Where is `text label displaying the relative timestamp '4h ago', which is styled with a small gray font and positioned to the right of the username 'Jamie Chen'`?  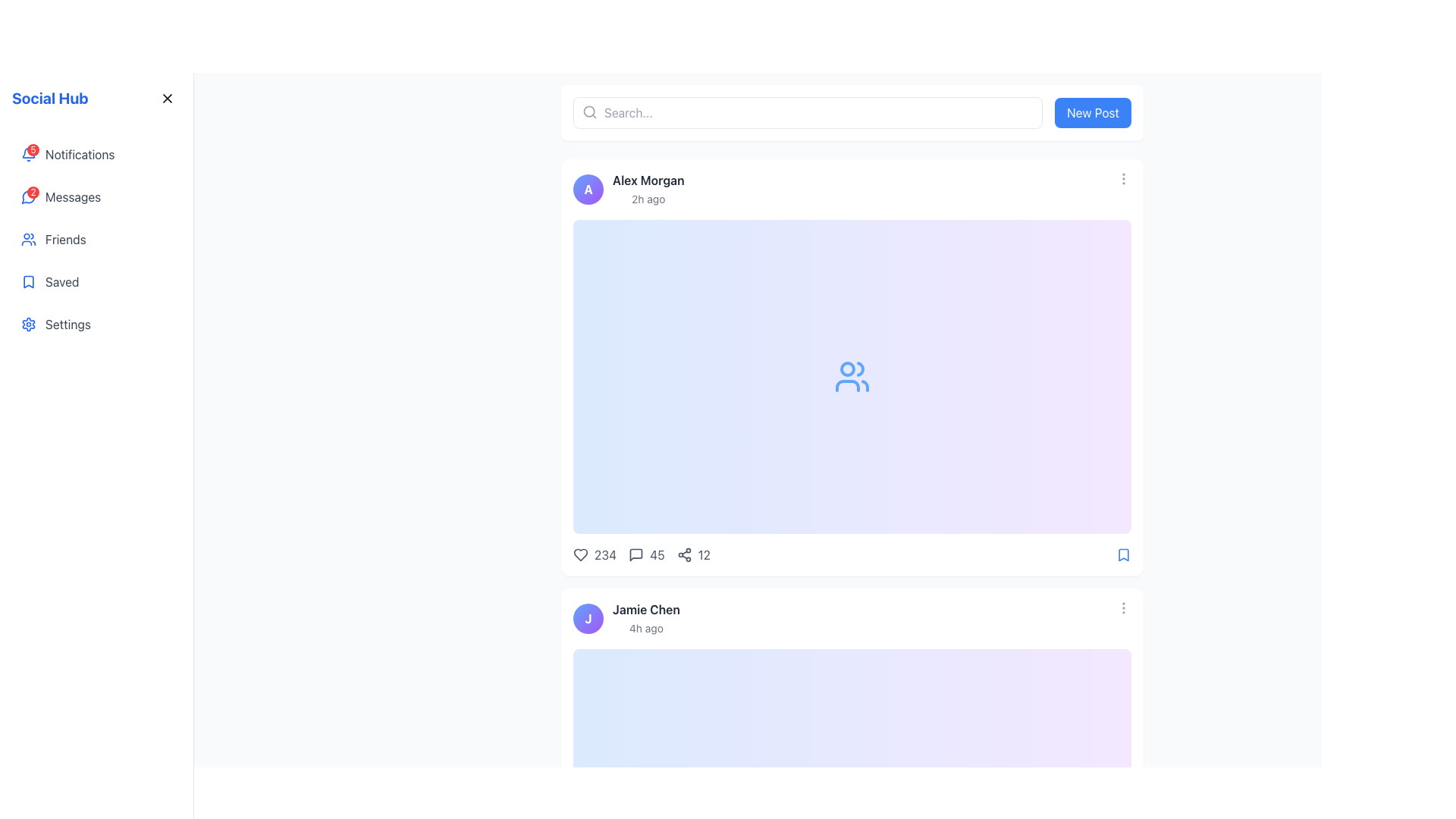 text label displaying the relative timestamp '4h ago', which is styled with a small gray font and positioned to the right of the username 'Jamie Chen' is located at coordinates (646, 628).